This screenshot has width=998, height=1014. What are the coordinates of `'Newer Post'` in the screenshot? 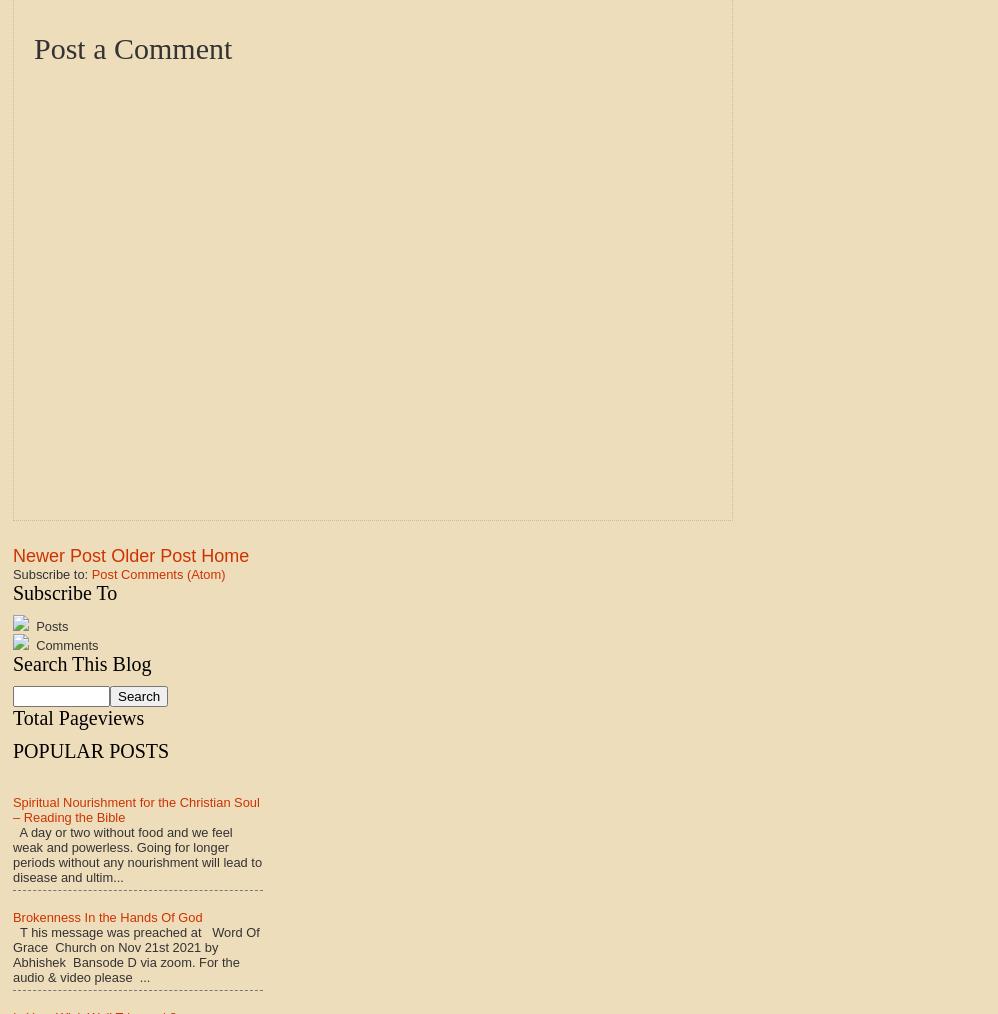 It's located at (58, 553).